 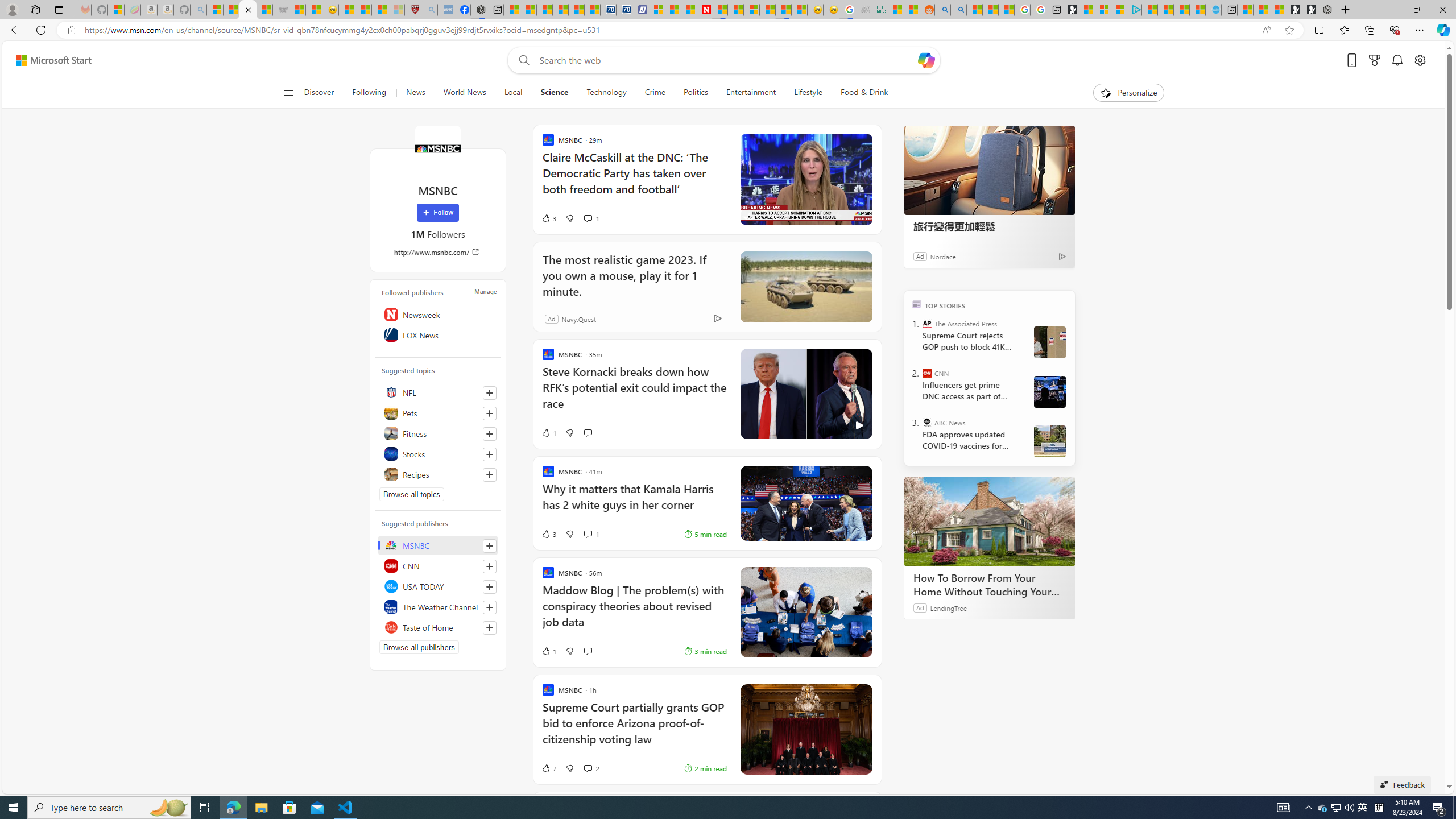 What do you see at coordinates (943, 255) in the screenshot?
I see `'Nordace'` at bounding box center [943, 255].